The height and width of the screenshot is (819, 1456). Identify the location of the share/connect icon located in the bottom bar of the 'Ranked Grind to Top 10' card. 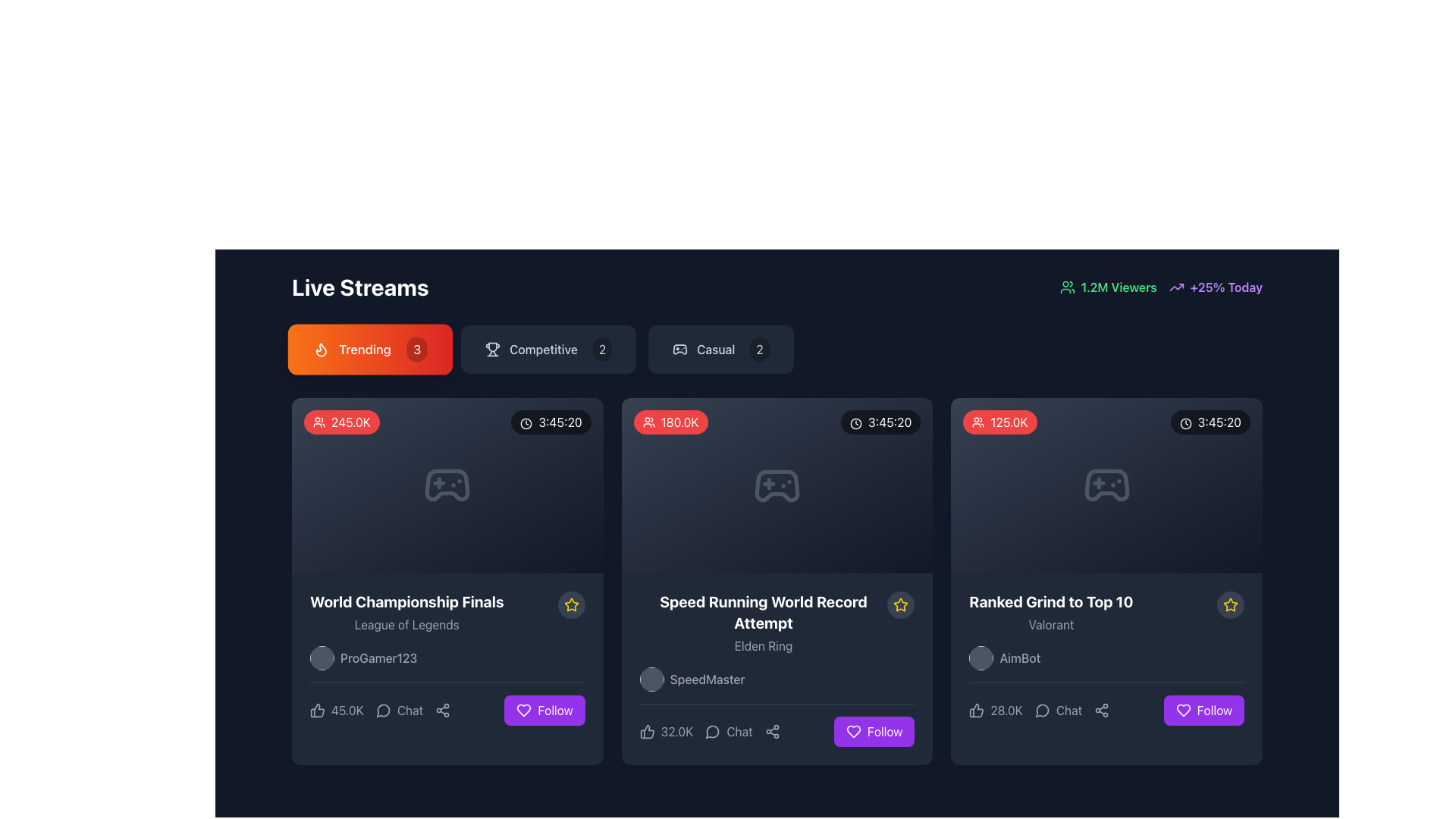
(1102, 711).